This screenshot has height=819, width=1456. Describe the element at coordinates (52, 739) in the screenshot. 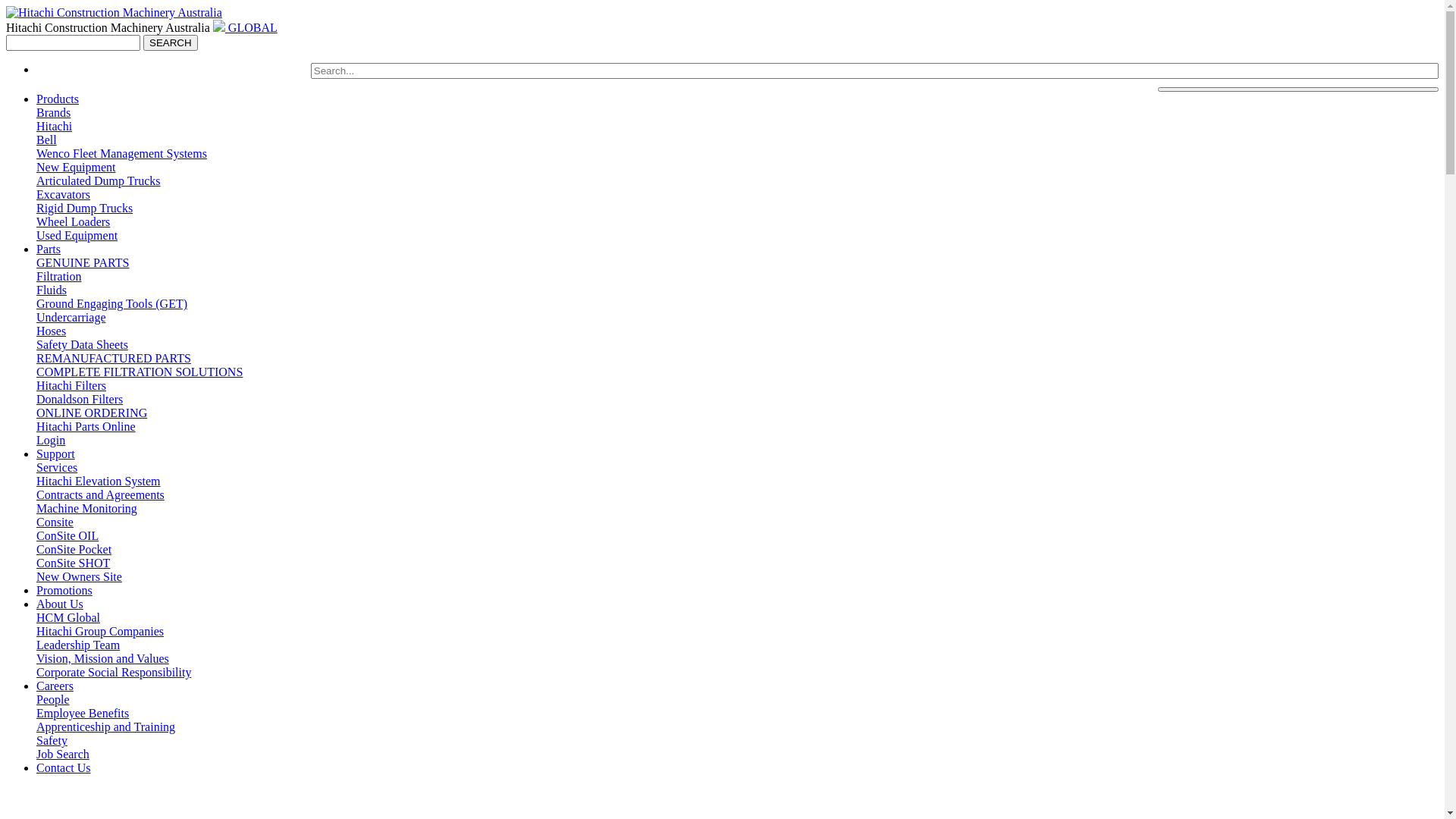

I see `'Safety'` at that location.